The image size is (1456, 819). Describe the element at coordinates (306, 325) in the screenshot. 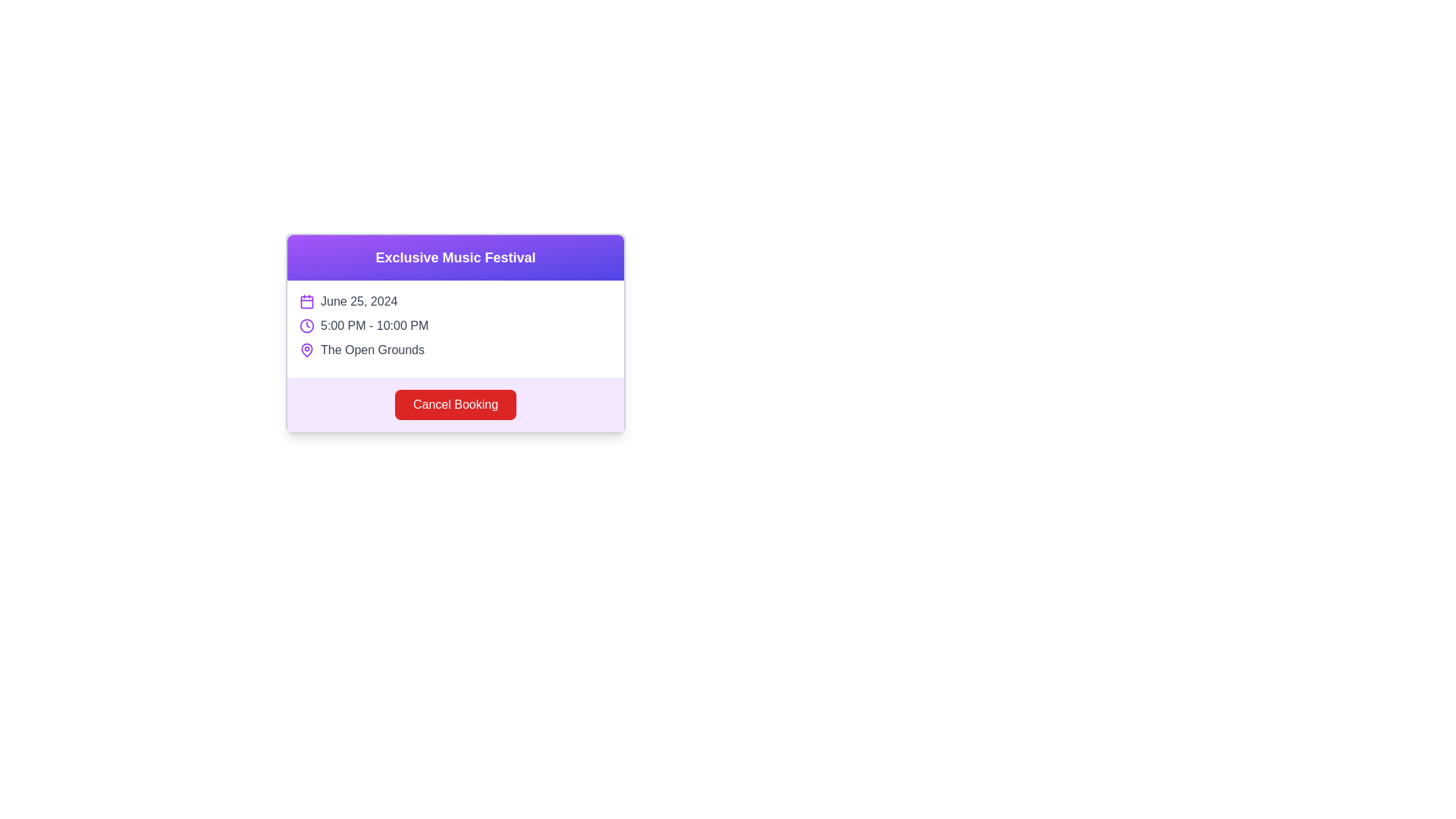

I see `the icon located to the left of the time range text '5:00 PM - 10:00 PM' in the exclusive music festival information panel` at that location.